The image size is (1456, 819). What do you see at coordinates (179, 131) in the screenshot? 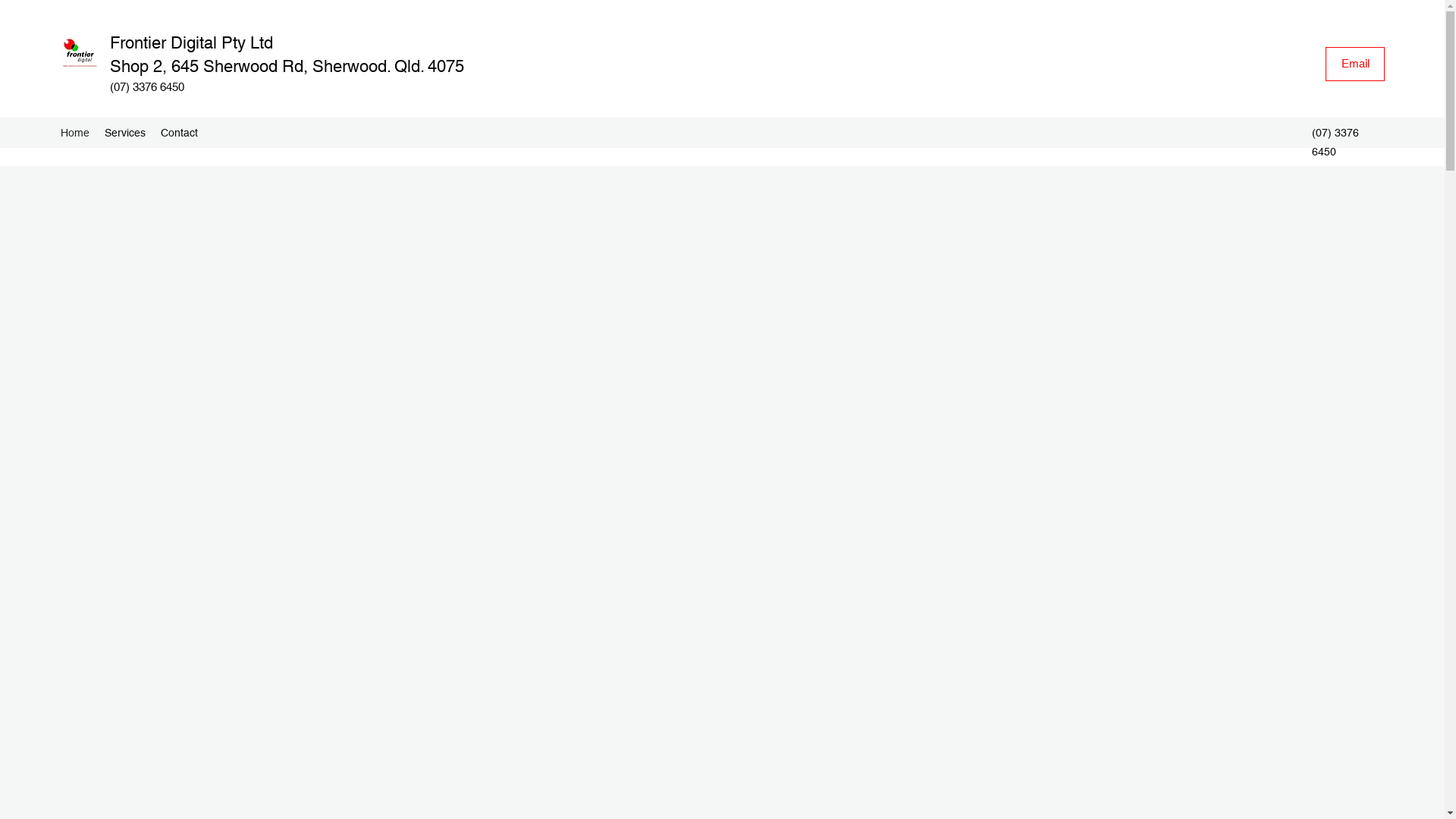
I see `'Contact'` at bounding box center [179, 131].